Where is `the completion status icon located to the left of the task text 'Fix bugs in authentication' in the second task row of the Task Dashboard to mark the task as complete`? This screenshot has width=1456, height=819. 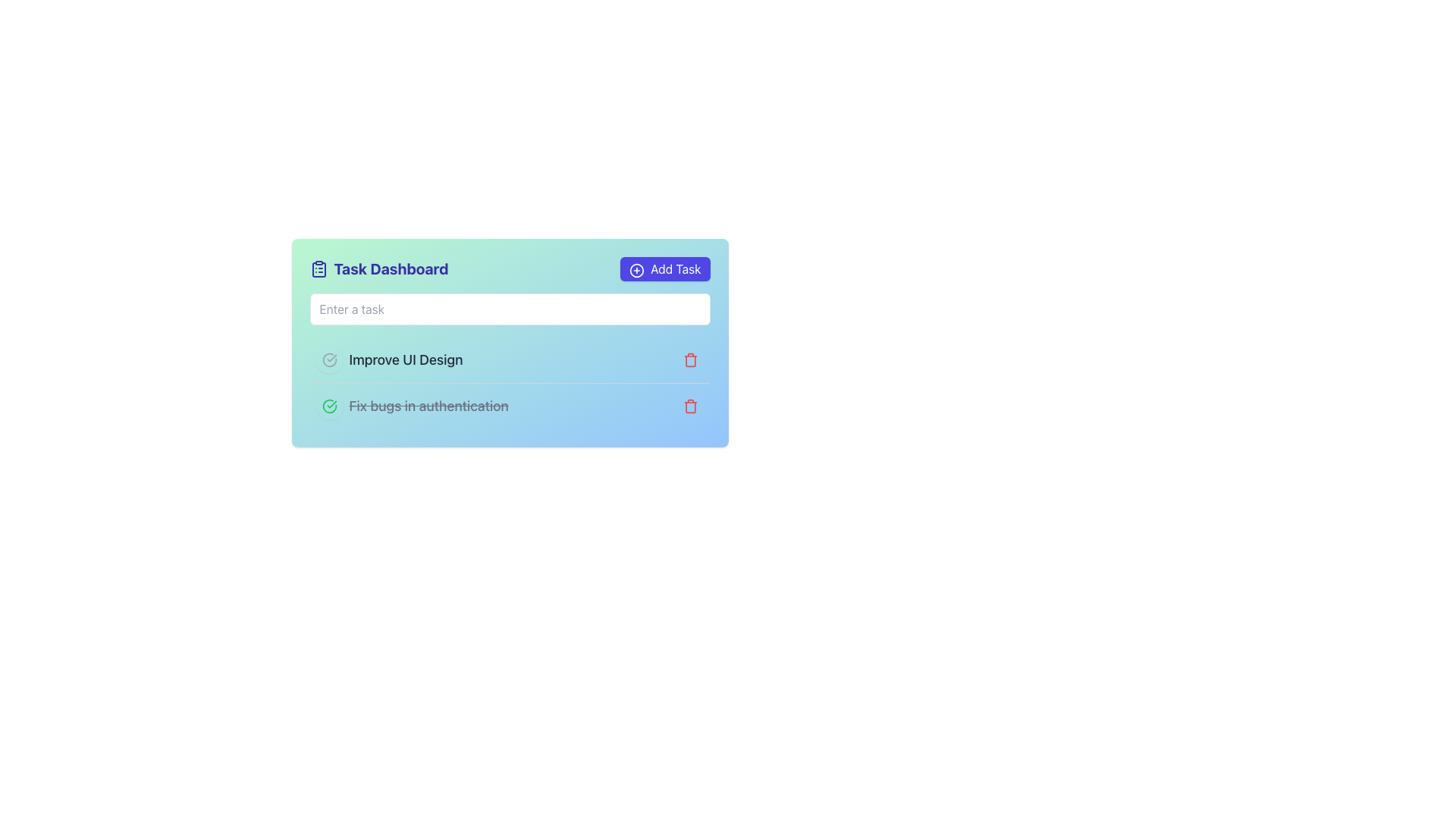
the completion status icon located to the left of the task text 'Fix bugs in authentication' in the second task row of the Task Dashboard to mark the task as complete is located at coordinates (328, 406).